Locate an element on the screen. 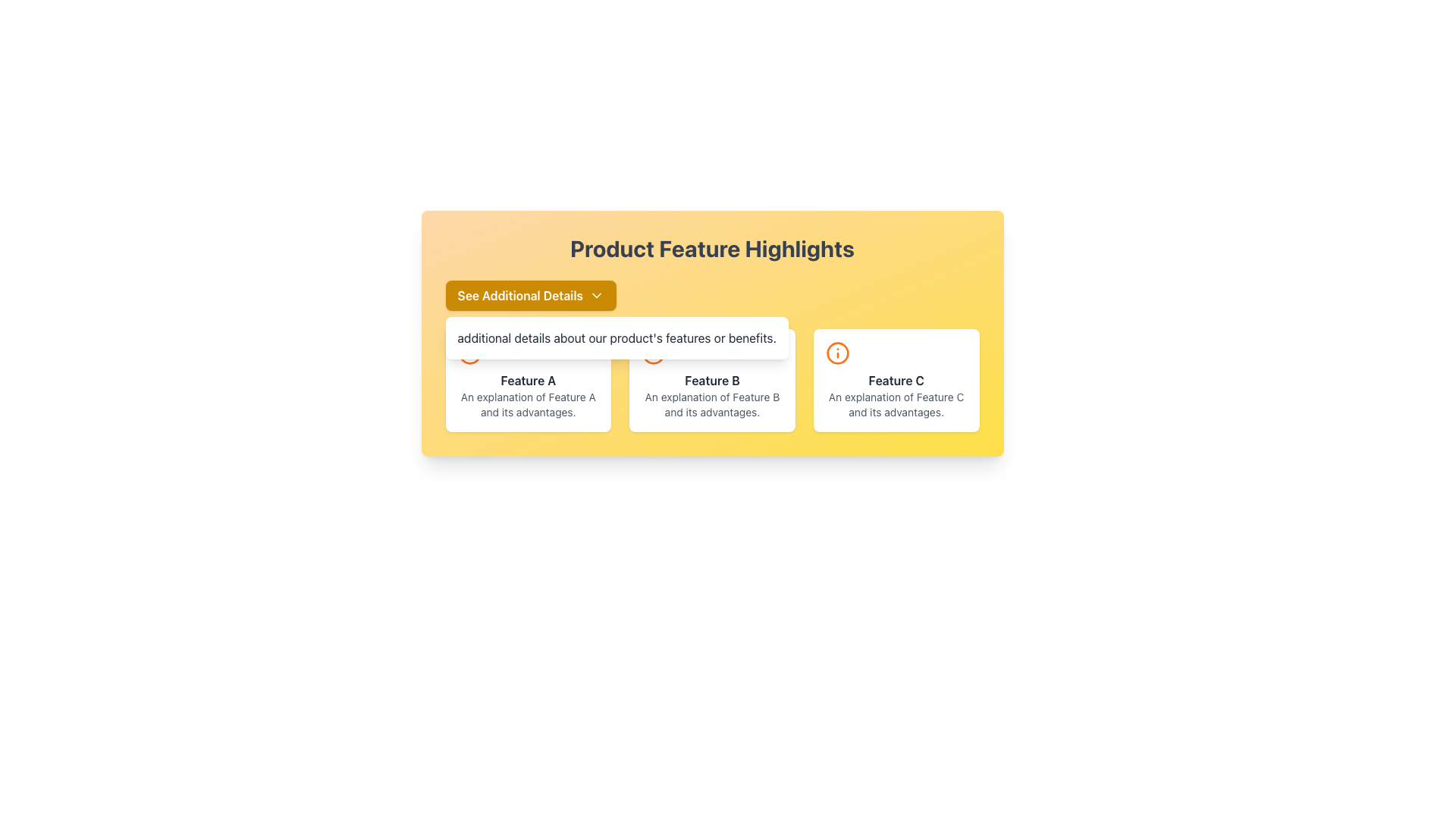 The image size is (1456, 819). the Informational card that highlights and explains 'Feature A', located in the top-left corner of a grid of three cards is located at coordinates (528, 379).